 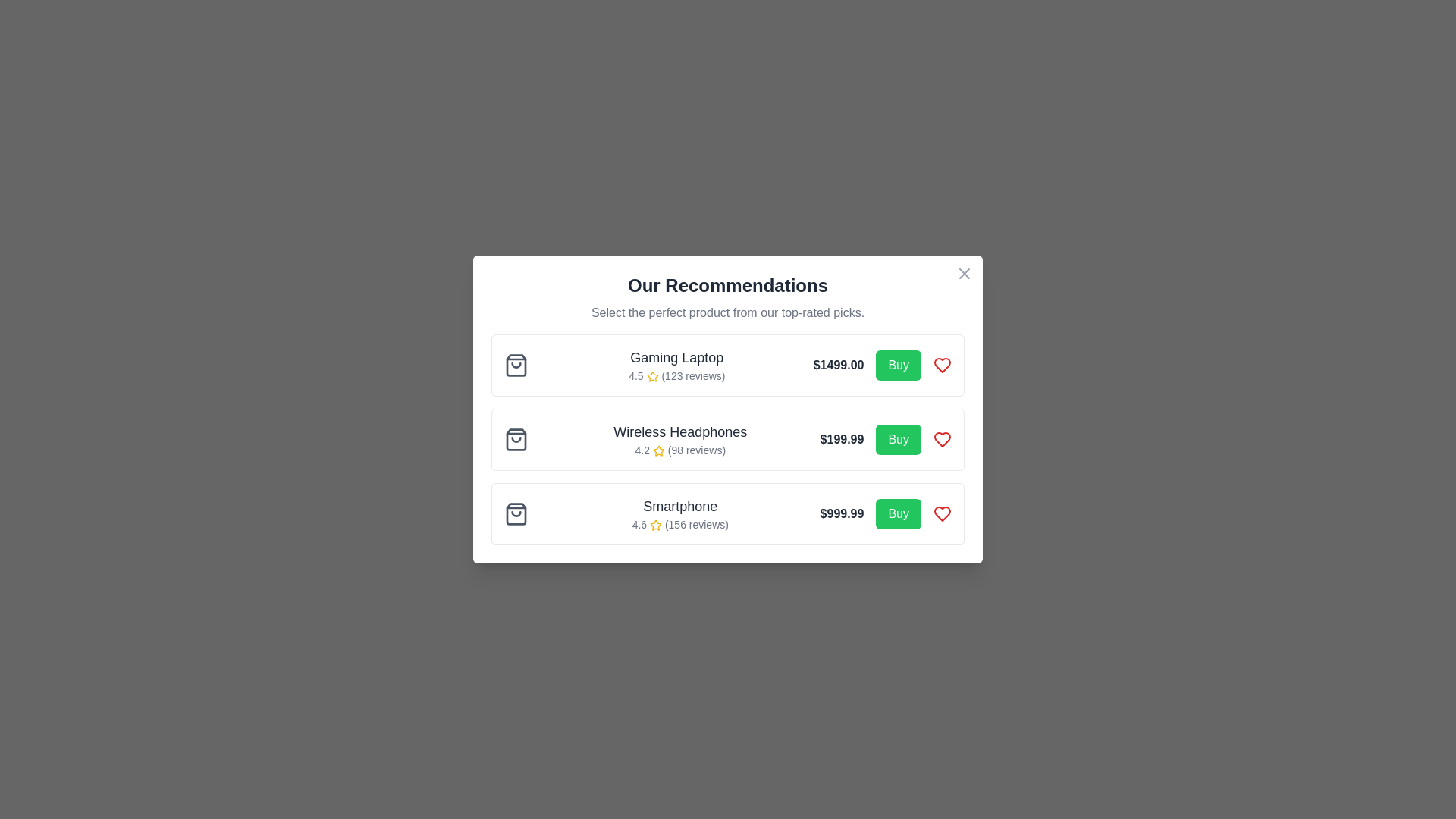 I want to click on the 'Buy' button with a green background and white text located on the right side of the 'Smartphone' product listing to initiate a purchase, so click(x=899, y=513).